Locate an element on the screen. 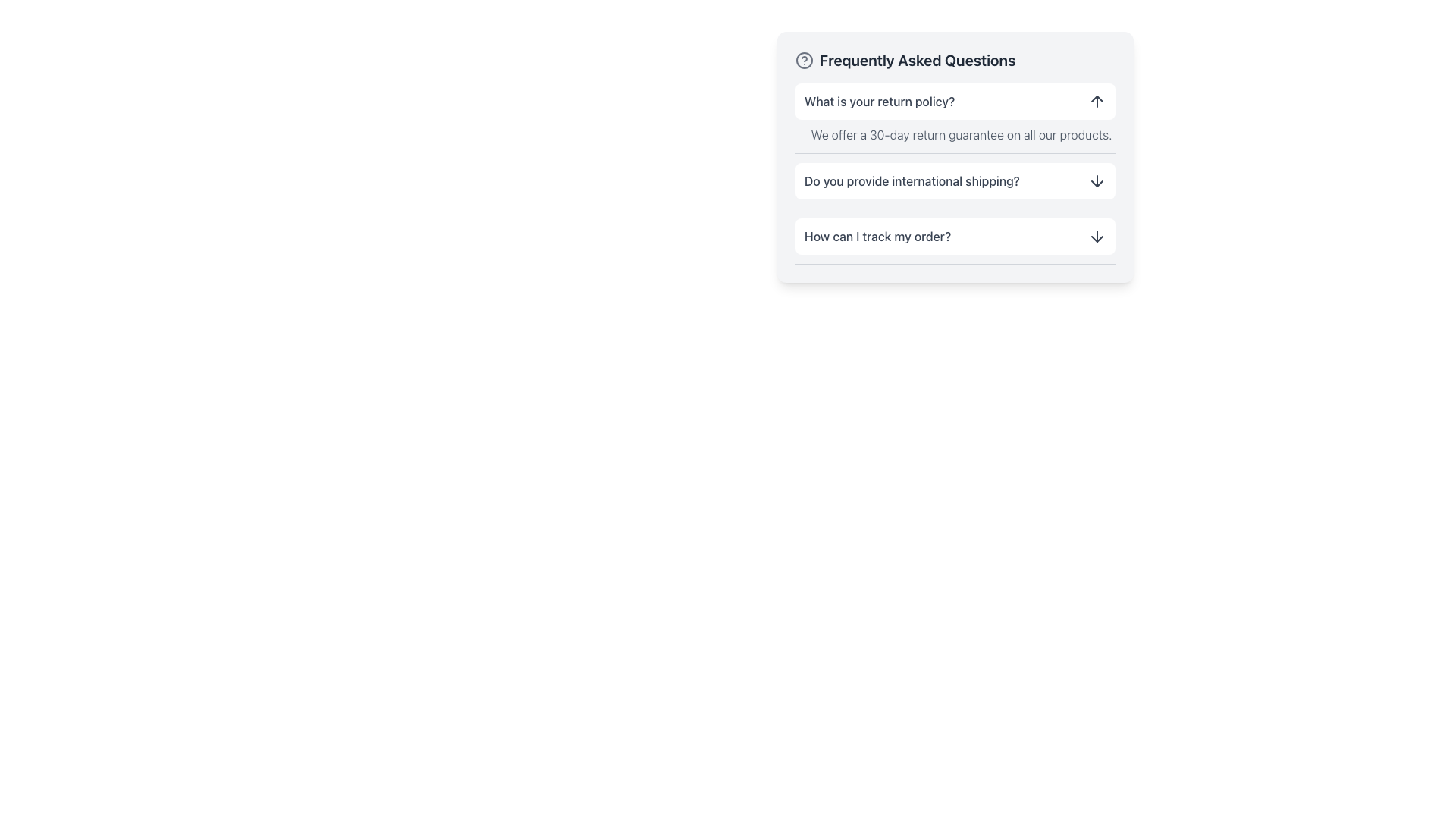 This screenshot has height=819, width=1456. the Collapsible Panel Header in the FAQ section is located at coordinates (954, 180).